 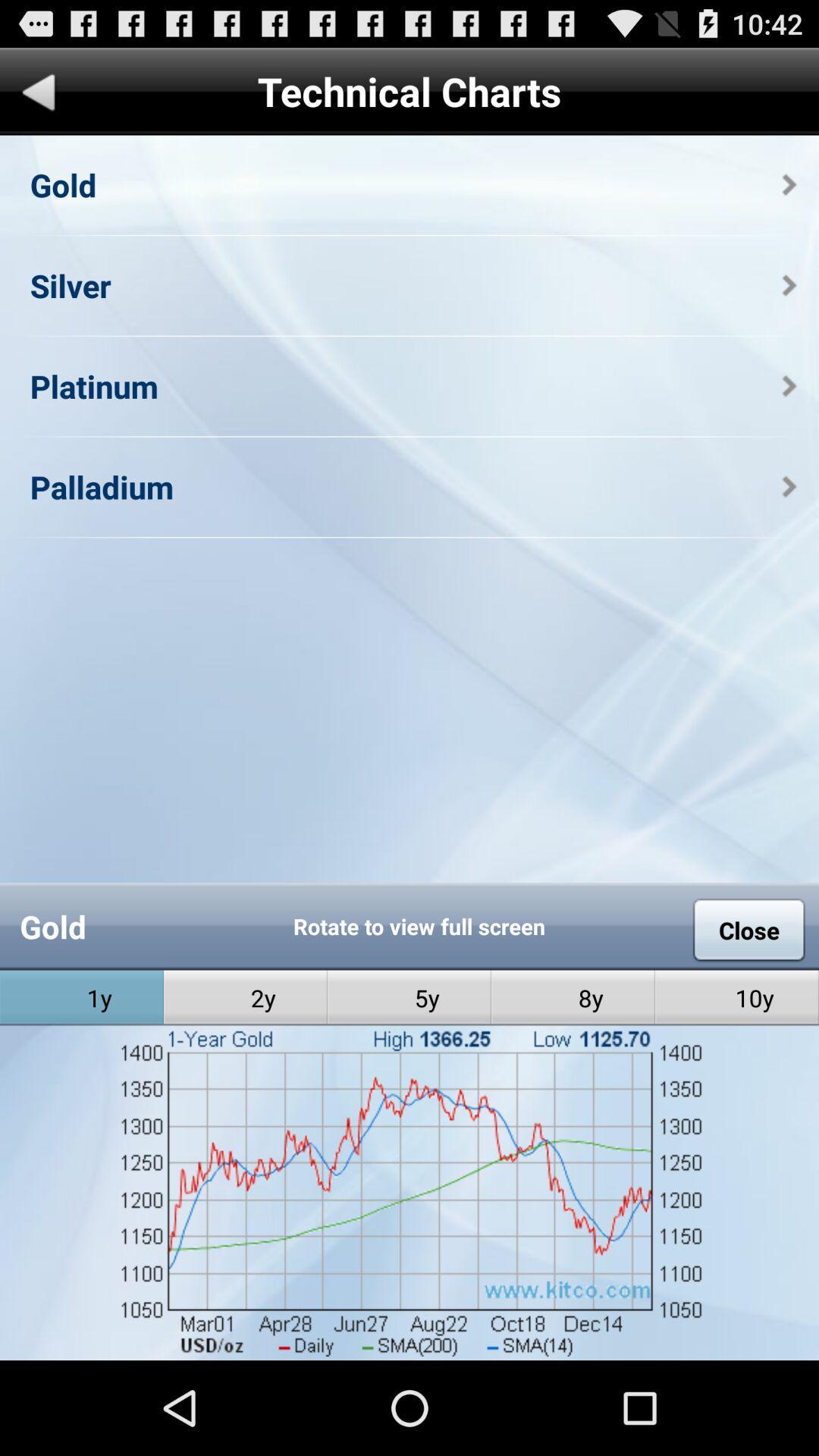 I want to click on go back, so click(x=38, y=94).